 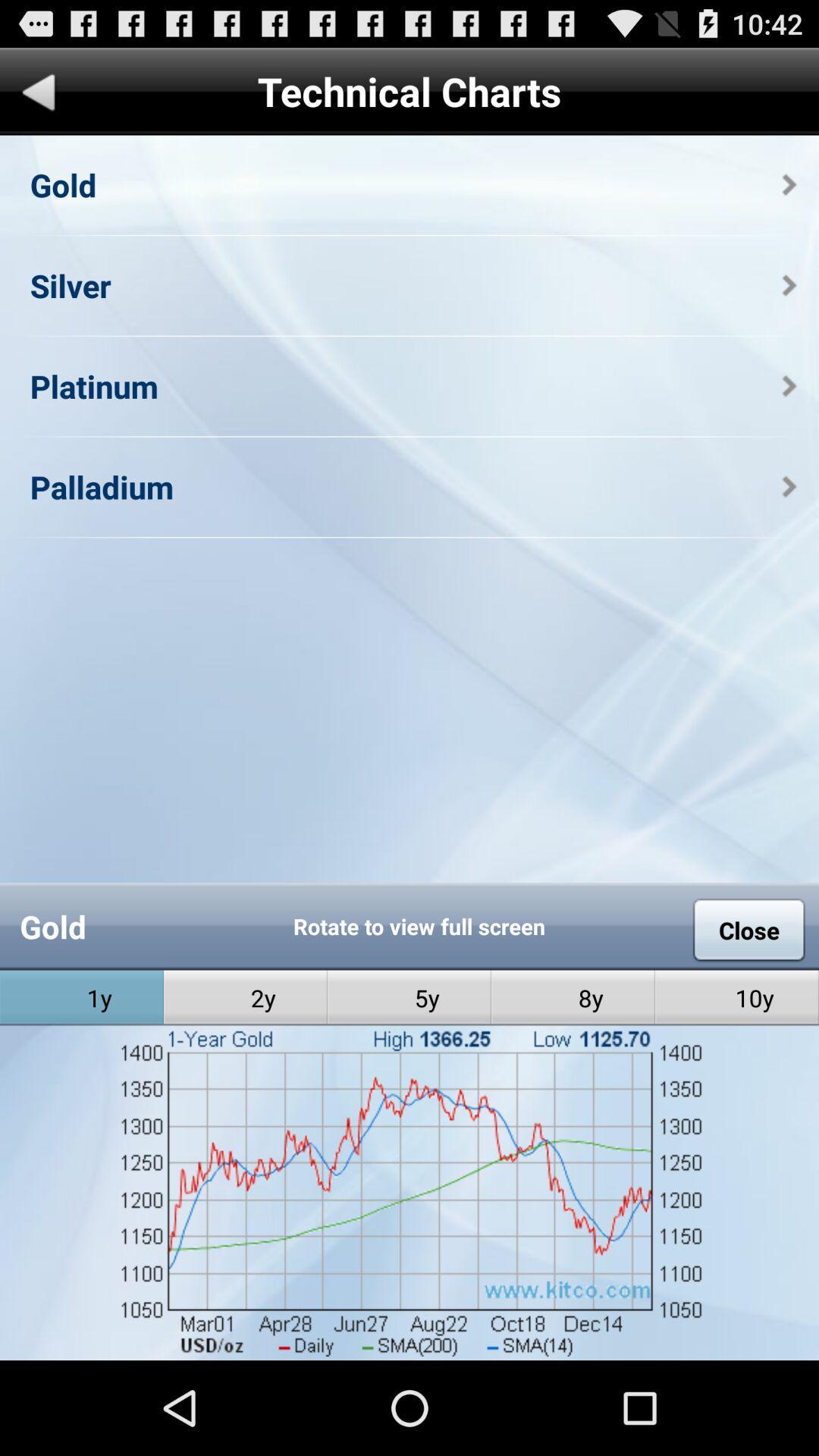 I want to click on go back, so click(x=38, y=94).